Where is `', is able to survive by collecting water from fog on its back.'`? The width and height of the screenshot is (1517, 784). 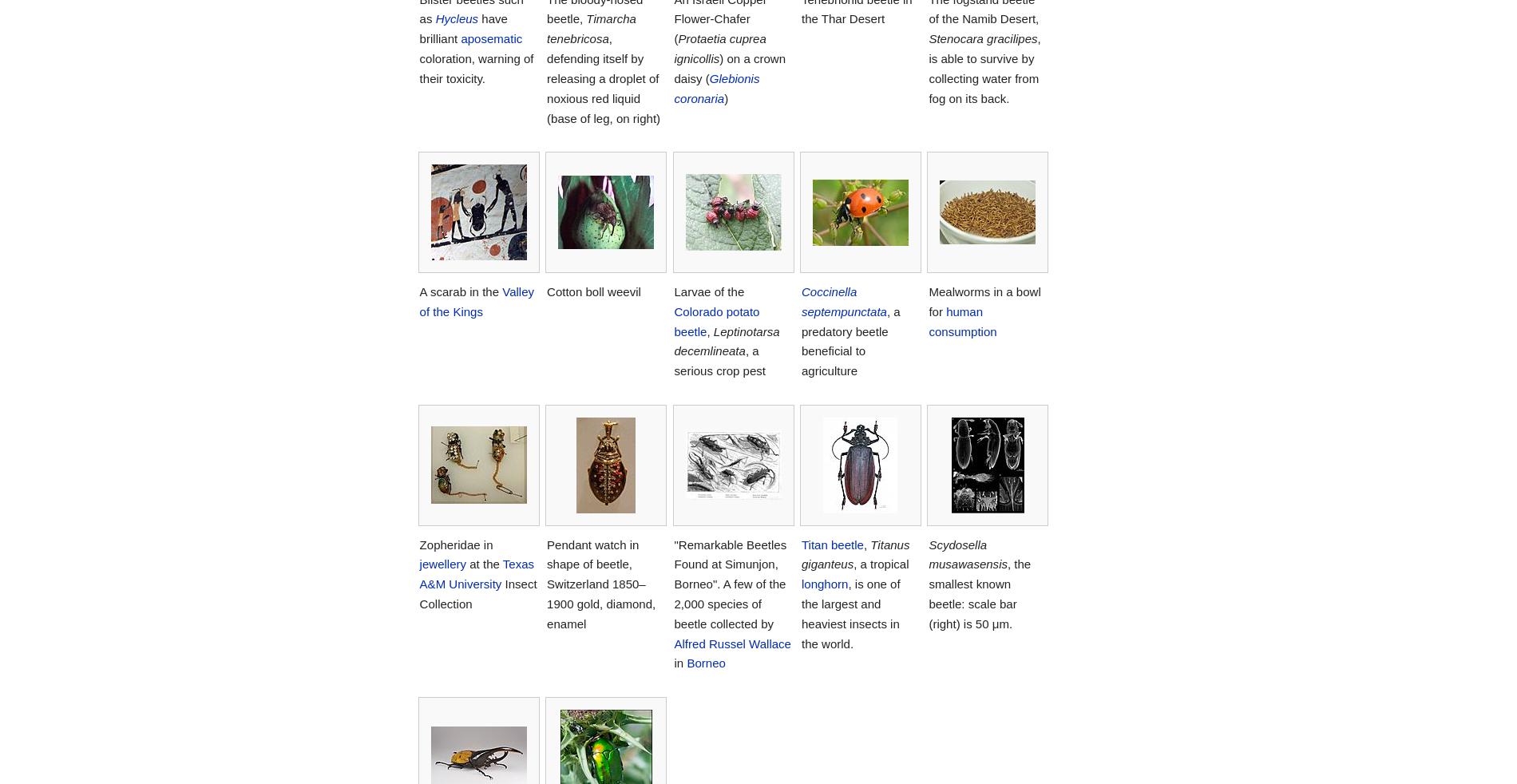 ', is able to survive by collecting water from fog on its back.' is located at coordinates (983, 67).